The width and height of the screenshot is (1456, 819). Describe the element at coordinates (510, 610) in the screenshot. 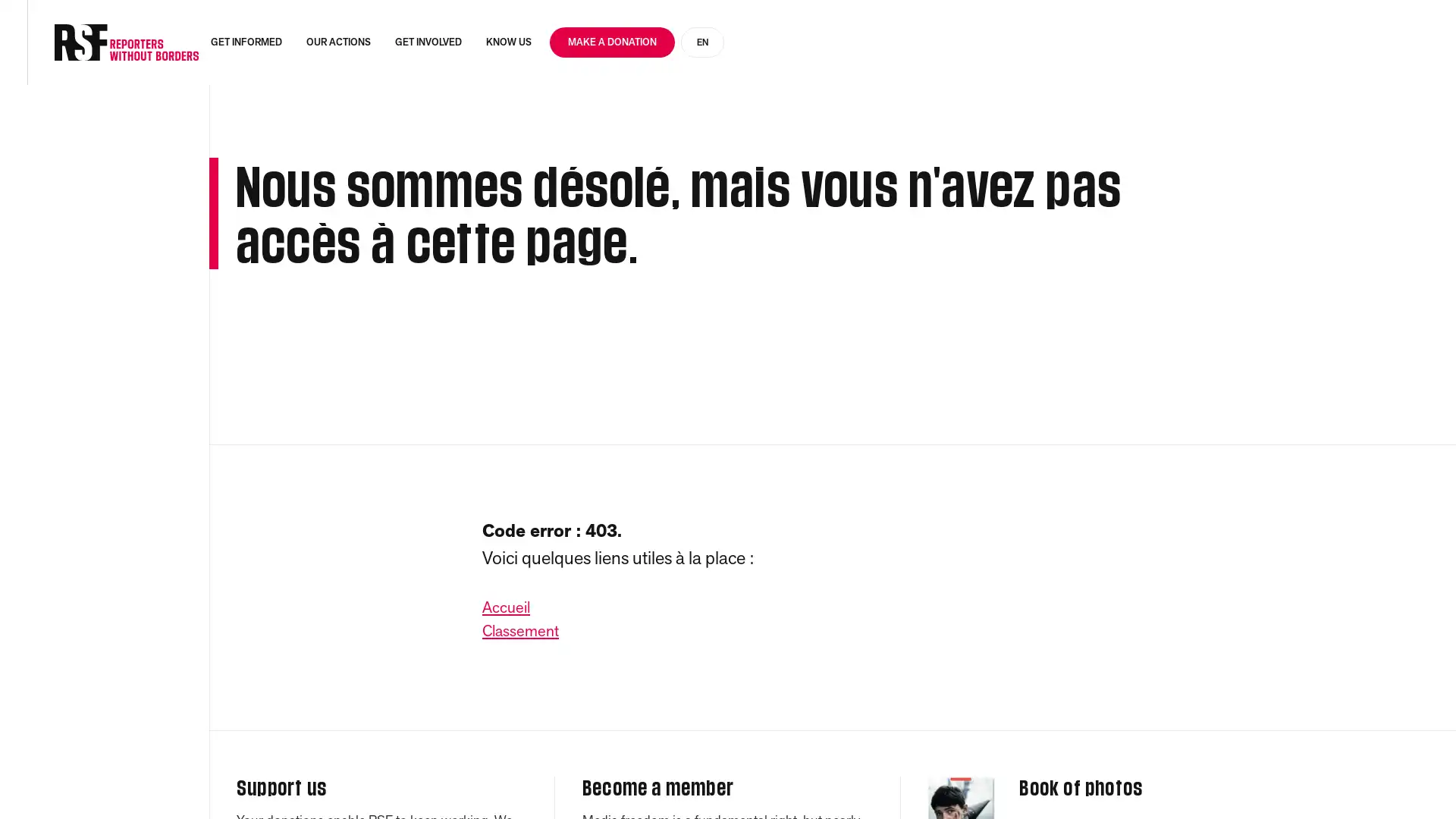

I see `Accueil` at that location.